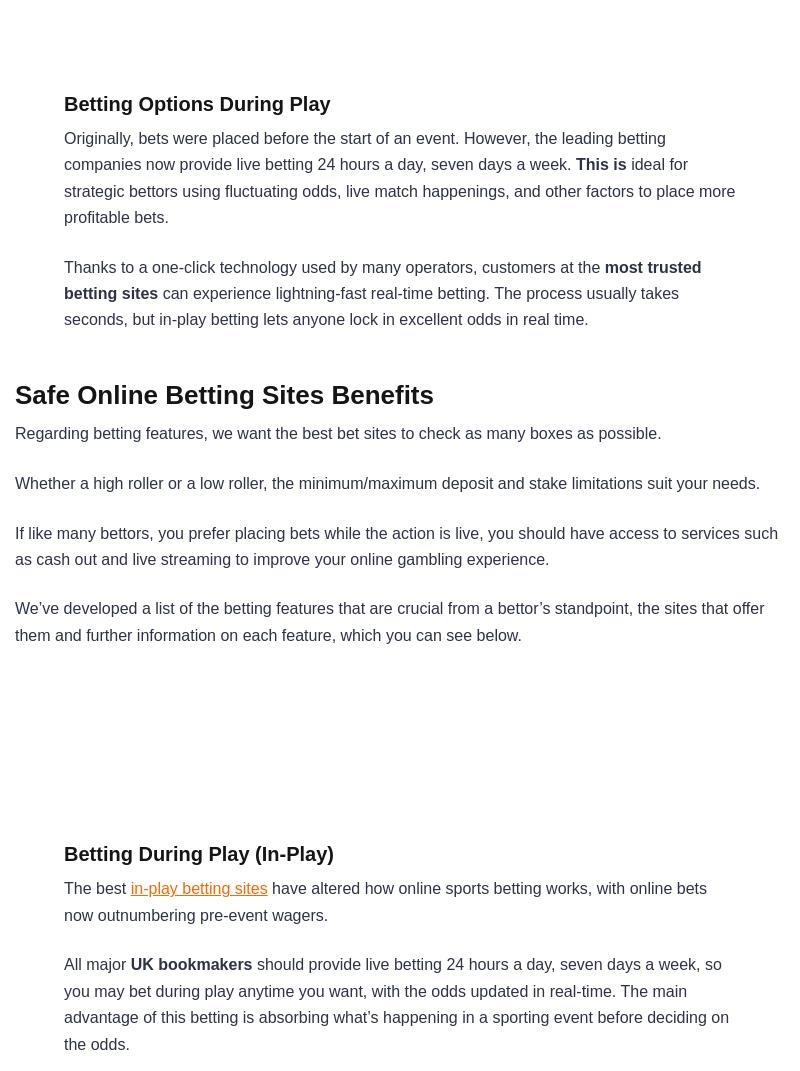  Describe the element at coordinates (195, 103) in the screenshot. I see `'Betting Options During Play'` at that location.